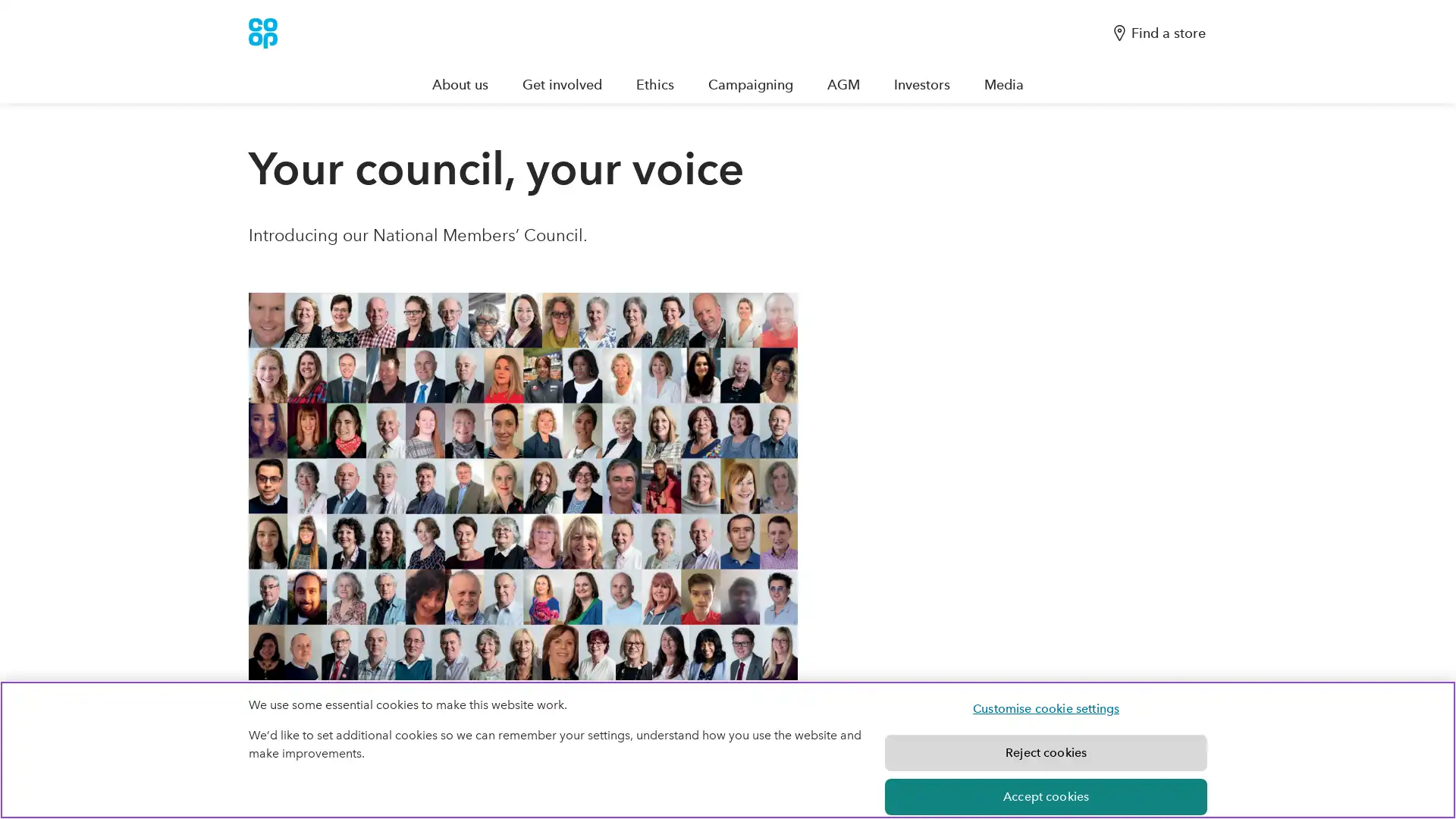 The image size is (1456, 819). Describe the element at coordinates (1044, 708) in the screenshot. I see `Customise cookie settings` at that location.